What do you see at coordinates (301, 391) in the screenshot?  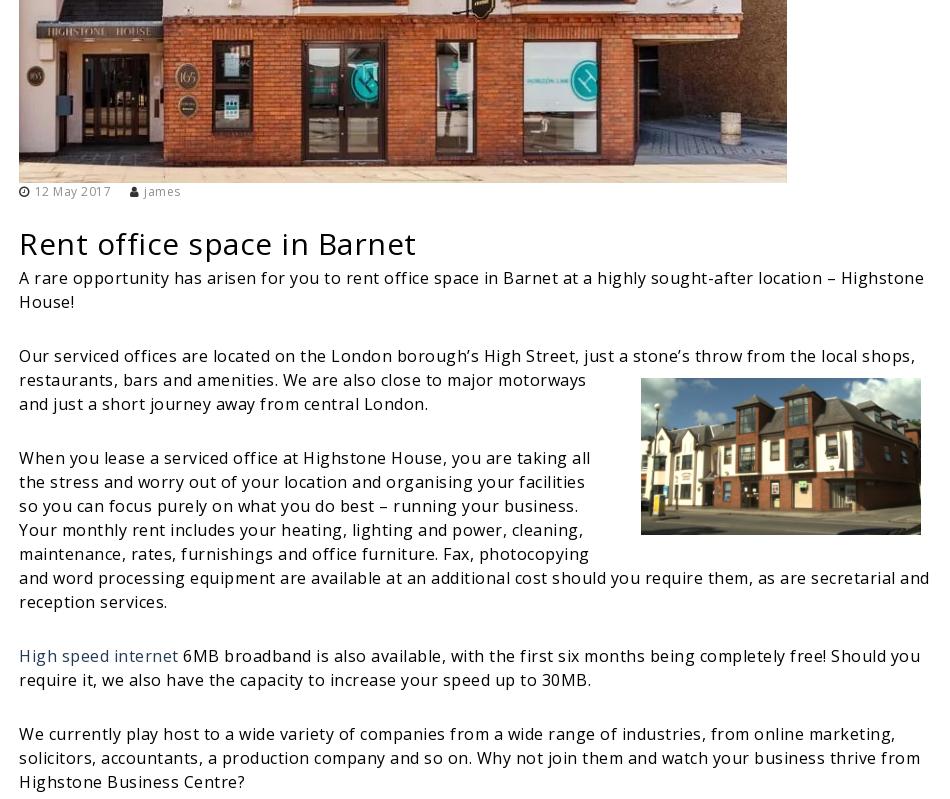 I see `'close to major motorways and just a short journey away from central London.'` at bounding box center [301, 391].